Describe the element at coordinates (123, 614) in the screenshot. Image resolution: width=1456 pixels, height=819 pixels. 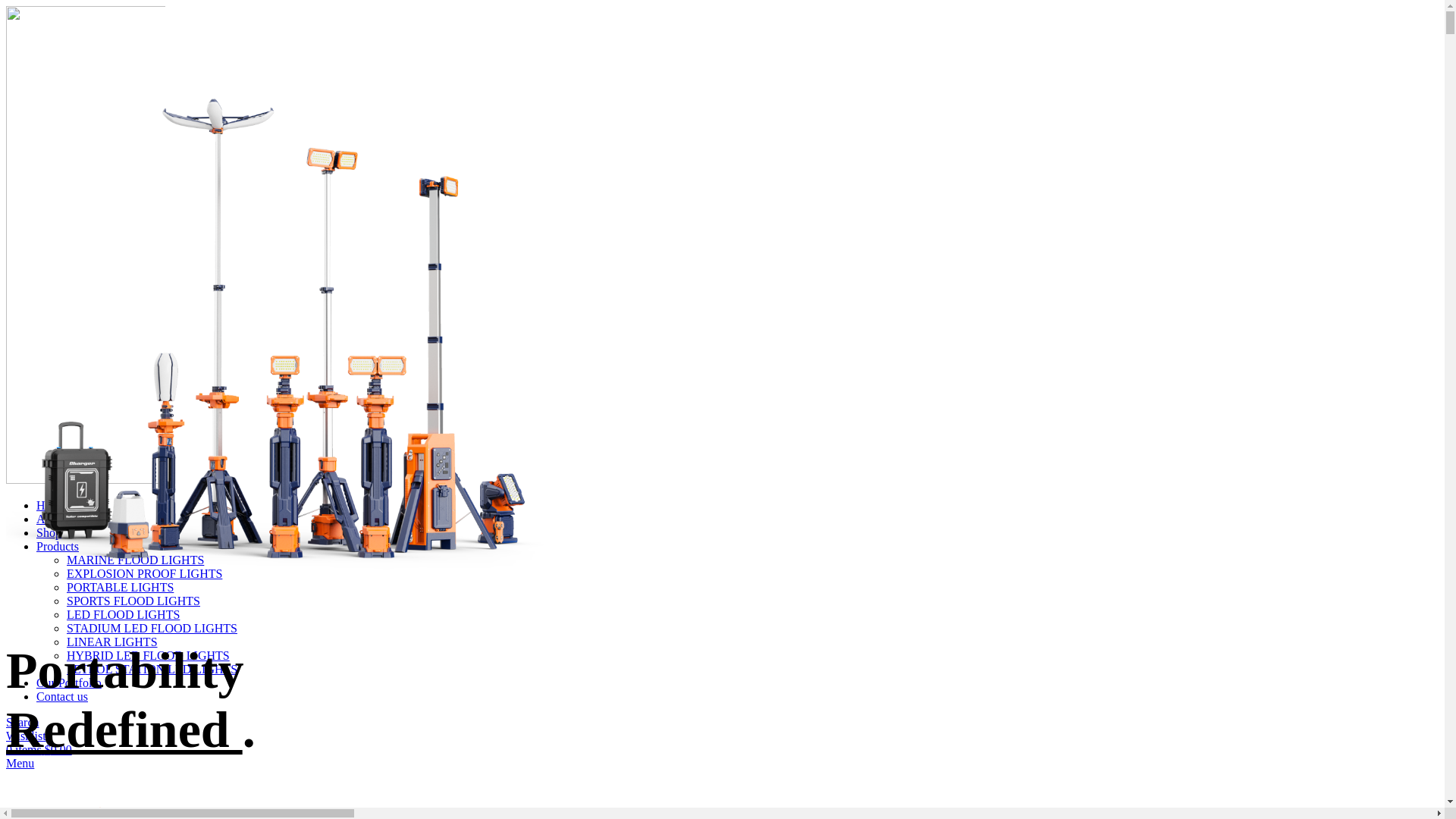
I see `'LED FLOOD LIGHTS'` at that location.